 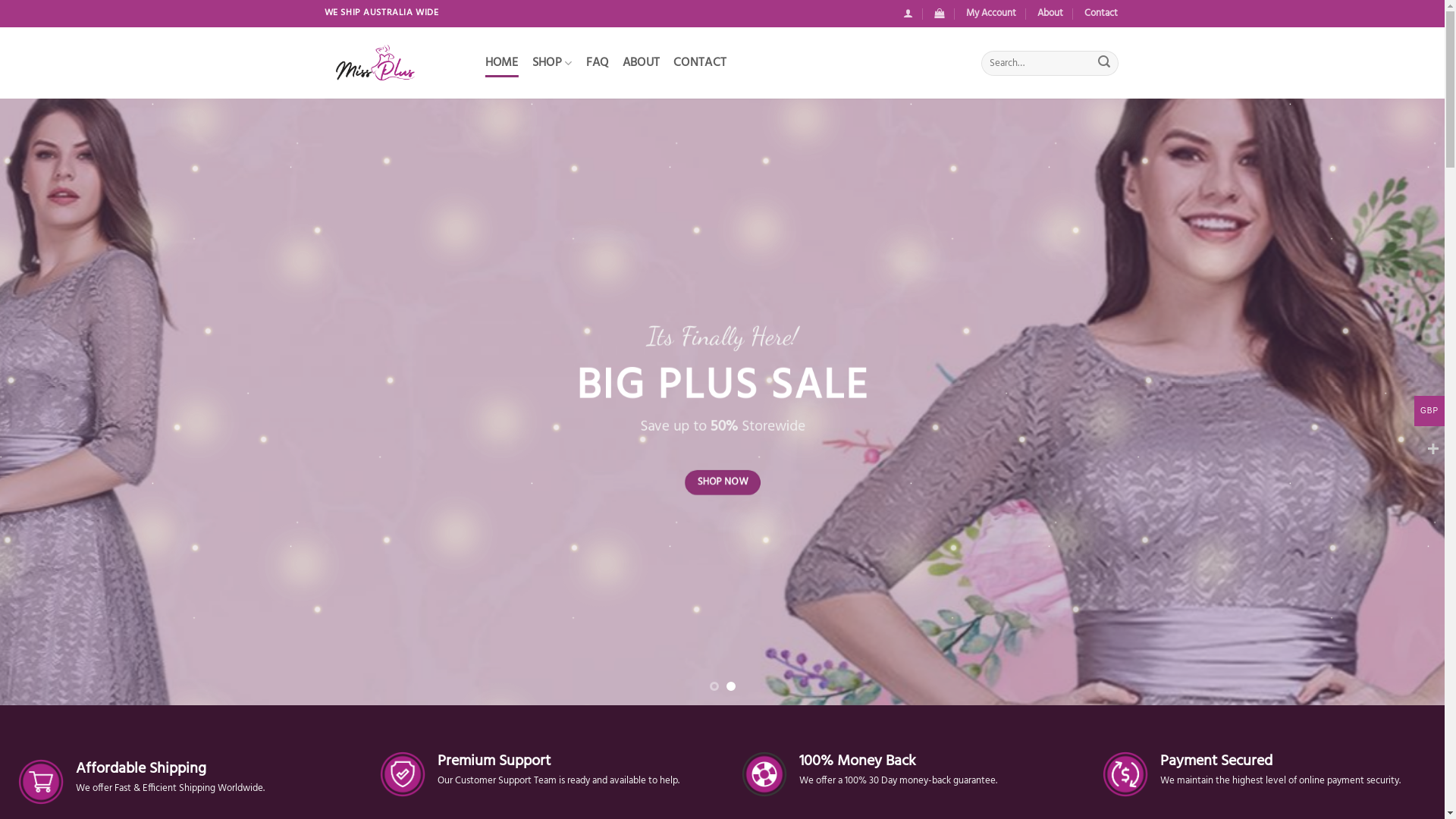 I want to click on 'HOME', so click(x=502, y=62).